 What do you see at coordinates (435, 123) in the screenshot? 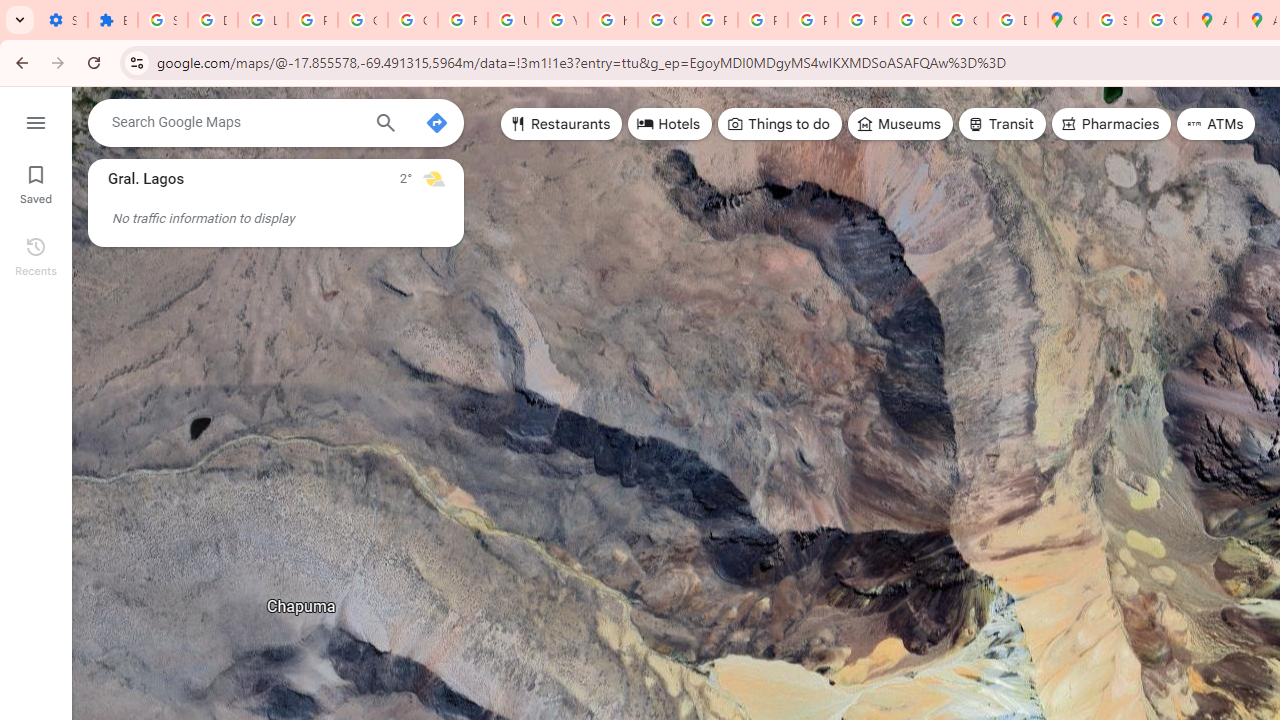
I see `'Directions'` at bounding box center [435, 123].